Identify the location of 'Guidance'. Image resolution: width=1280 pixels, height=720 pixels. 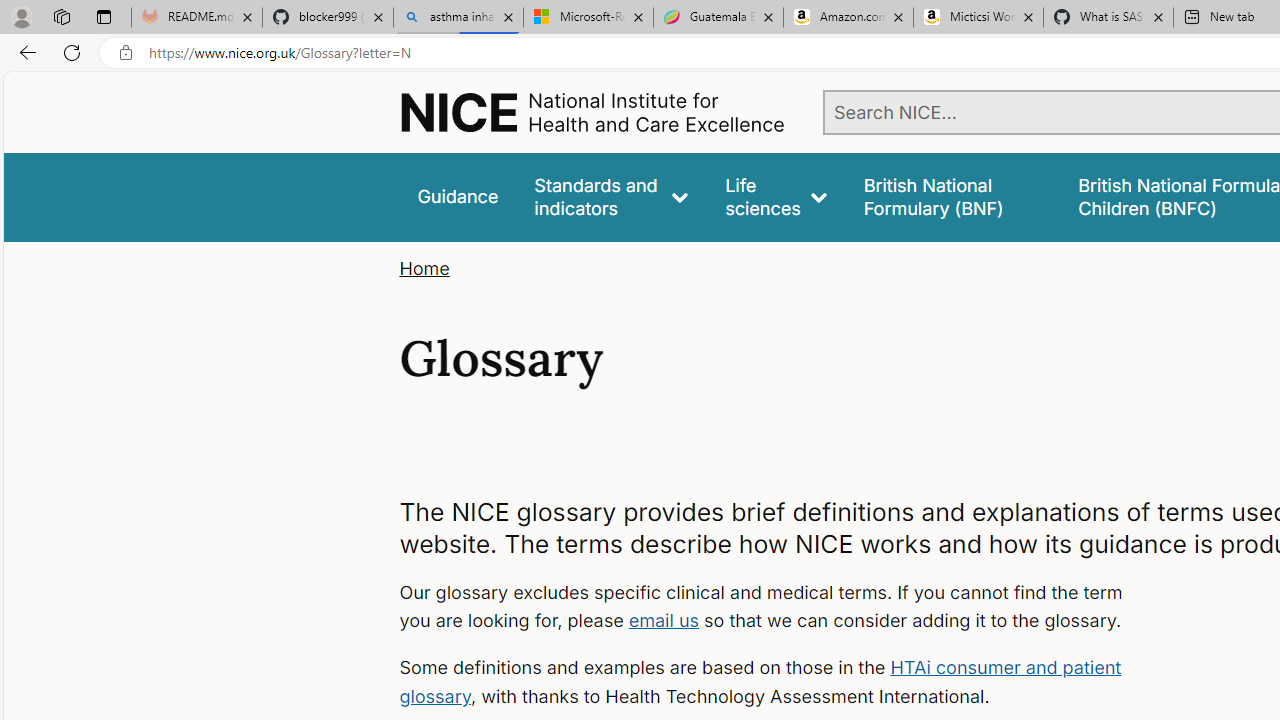
(457, 197).